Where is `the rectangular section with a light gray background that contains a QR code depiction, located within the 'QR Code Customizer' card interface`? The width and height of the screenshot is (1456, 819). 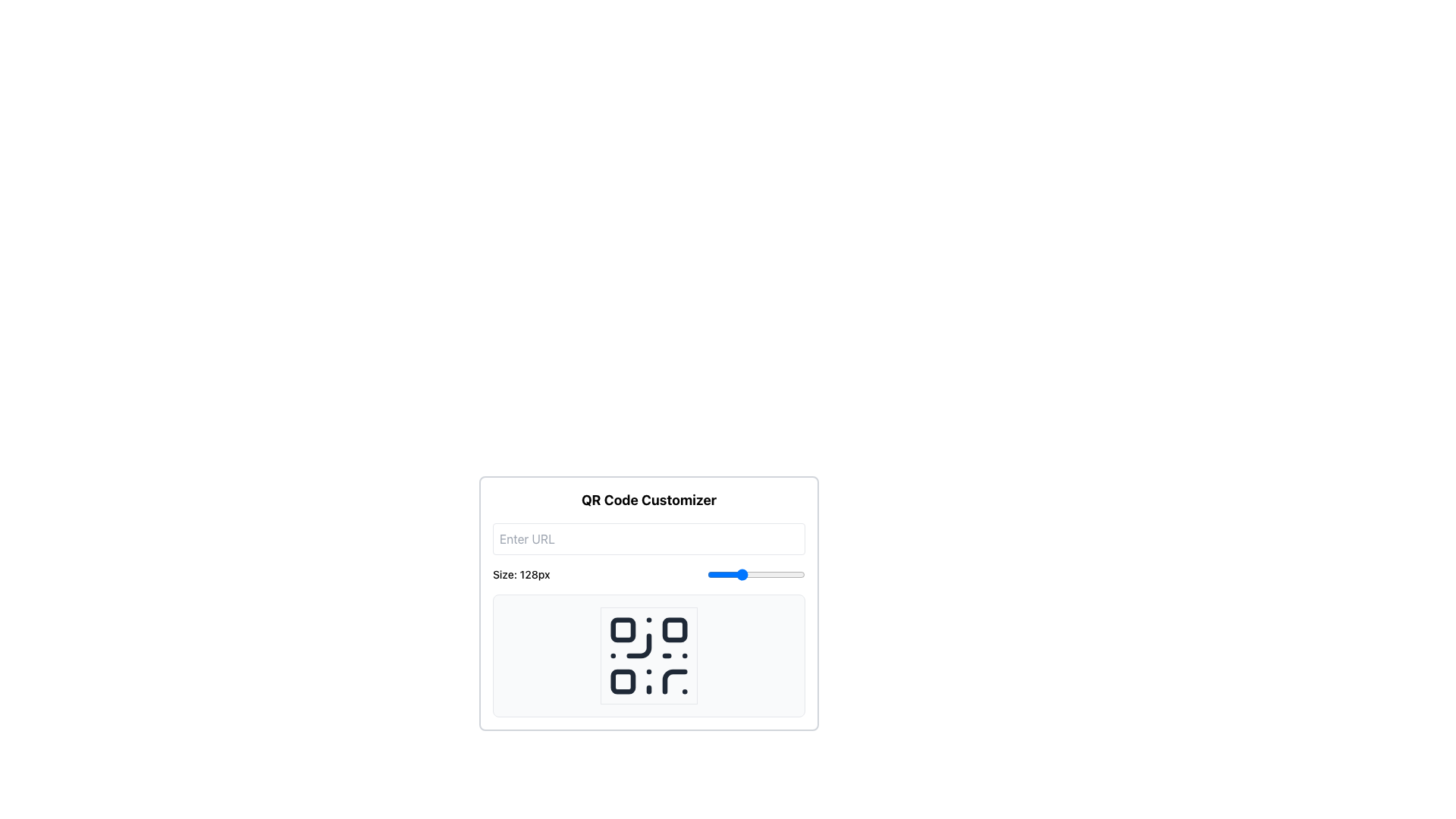 the rectangular section with a light gray background that contains a QR code depiction, located within the 'QR Code Customizer' card interface is located at coordinates (648, 654).